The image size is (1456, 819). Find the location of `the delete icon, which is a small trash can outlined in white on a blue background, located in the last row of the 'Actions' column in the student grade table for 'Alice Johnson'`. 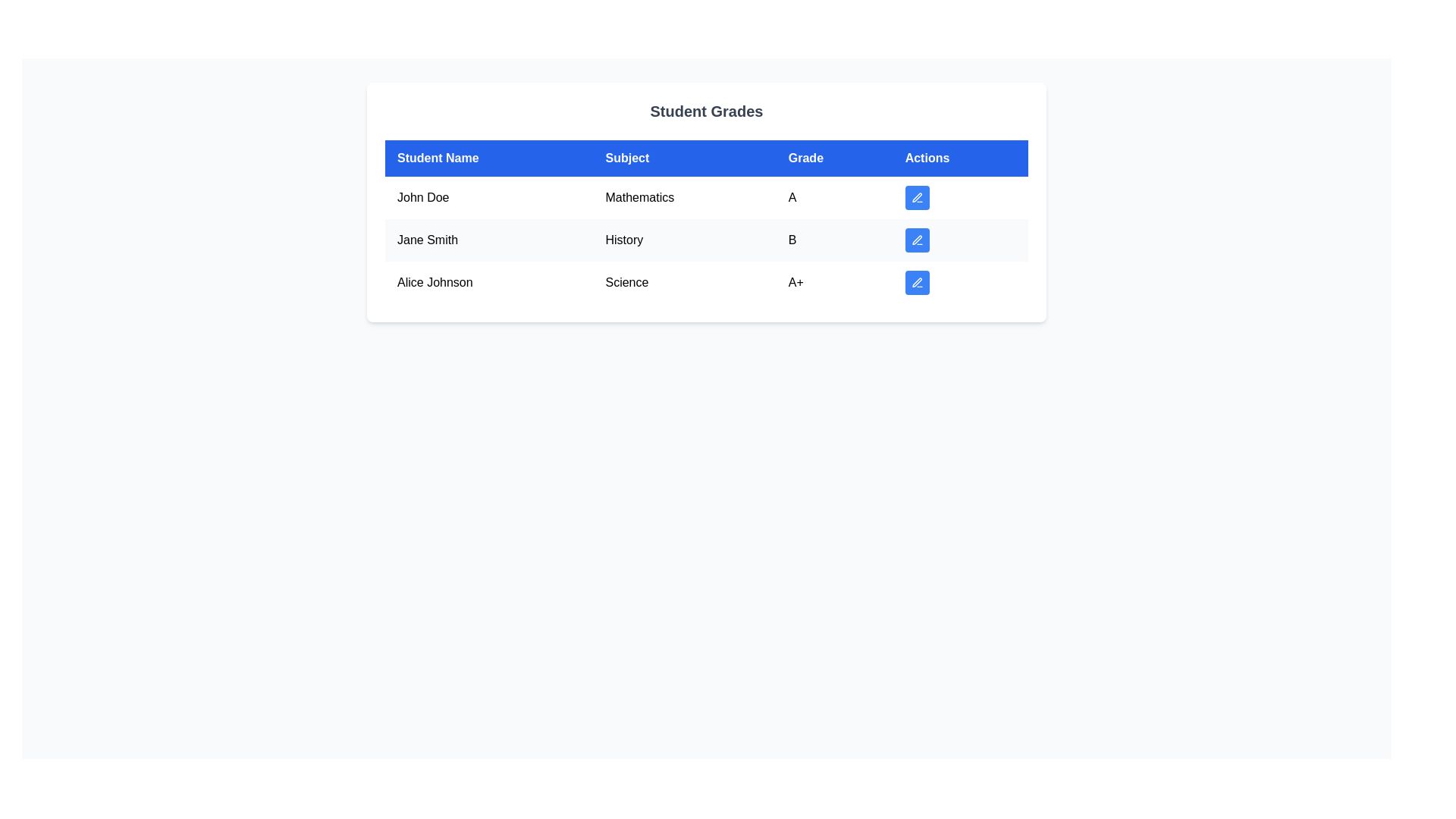

the delete icon, which is a small trash can outlined in white on a blue background, located in the last row of the 'Actions' column in the student grade table for 'Alice Johnson' is located at coordinates (916, 282).